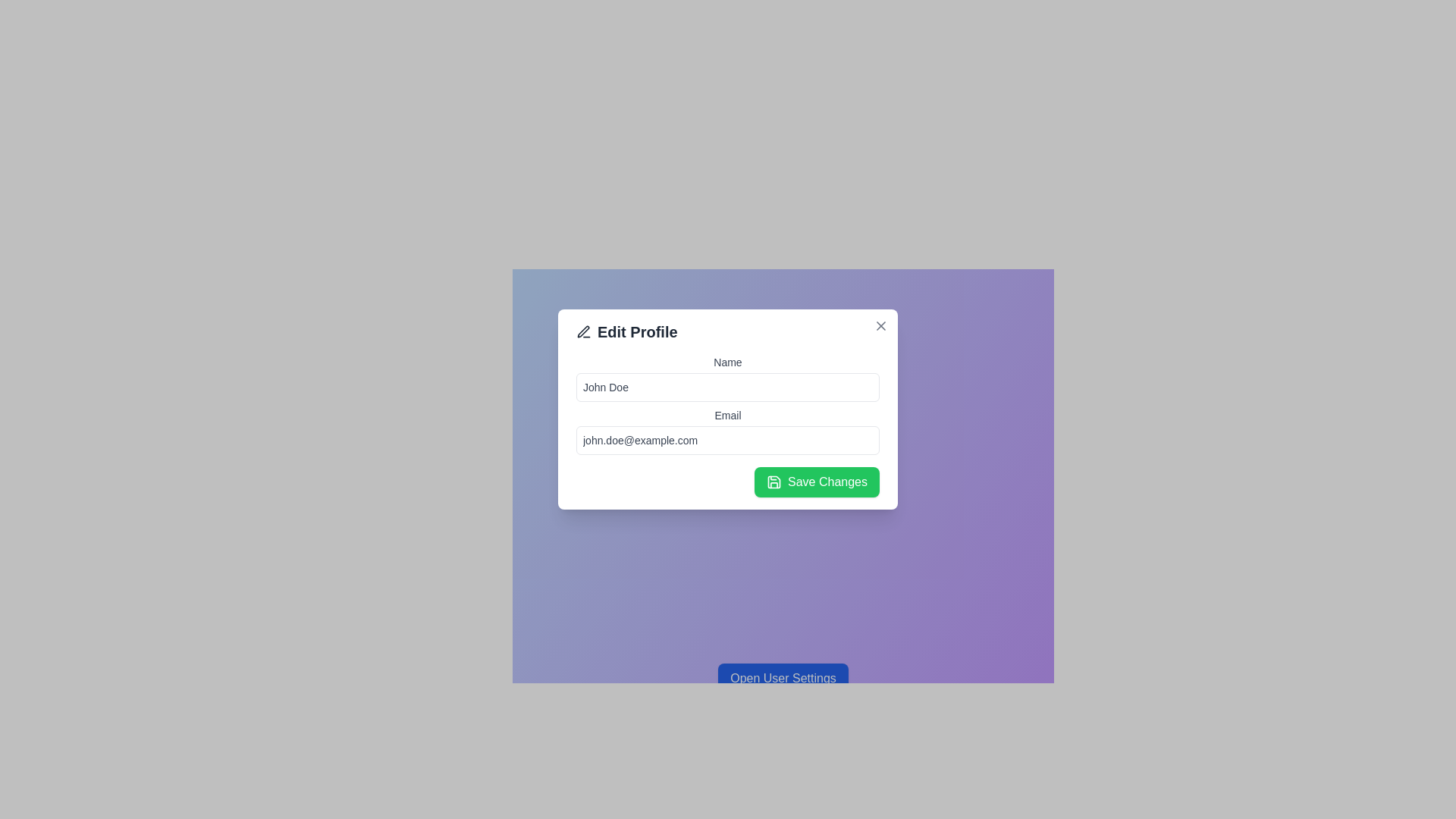  What do you see at coordinates (582, 331) in the screenshot?
I see `the editing icon, which resembles a tilted pen with a diagonal stripe, located to the left of the 'Edit Profile' text at the top of the dialog box` at bounding box center [582, 331].